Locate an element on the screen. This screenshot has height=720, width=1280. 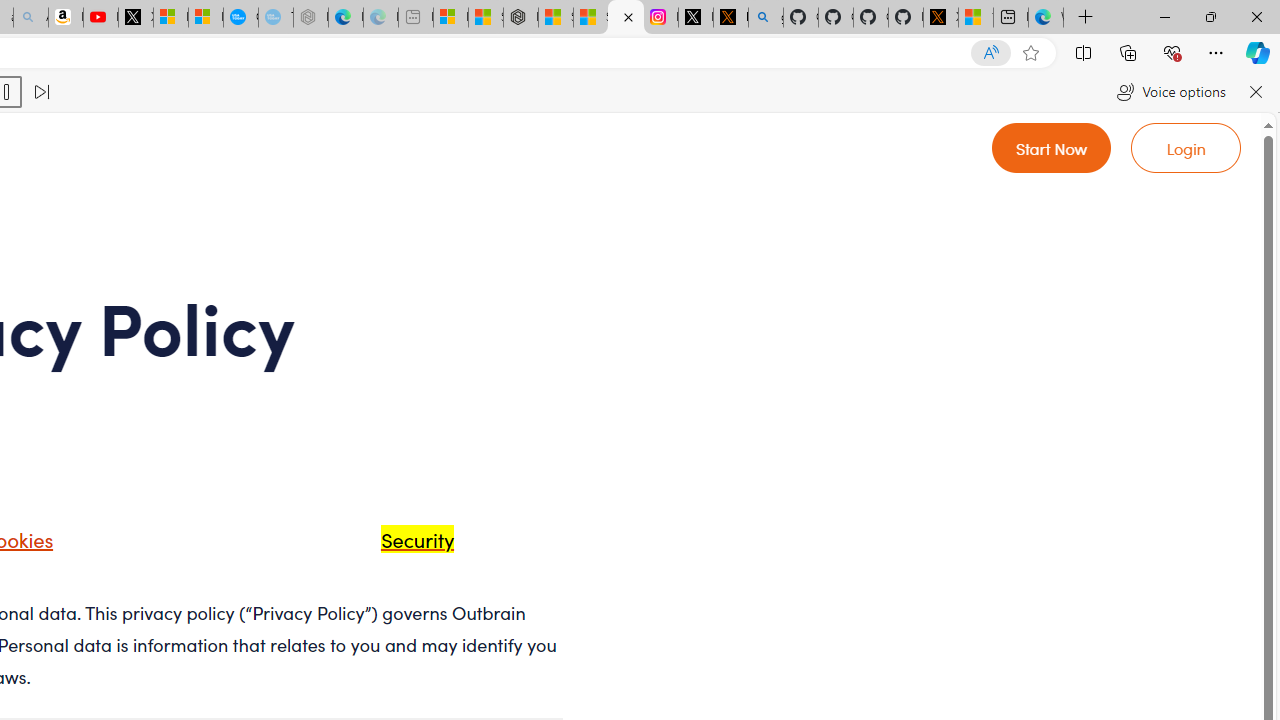
'Read next paragraph' is located at coordinates (40, 92).